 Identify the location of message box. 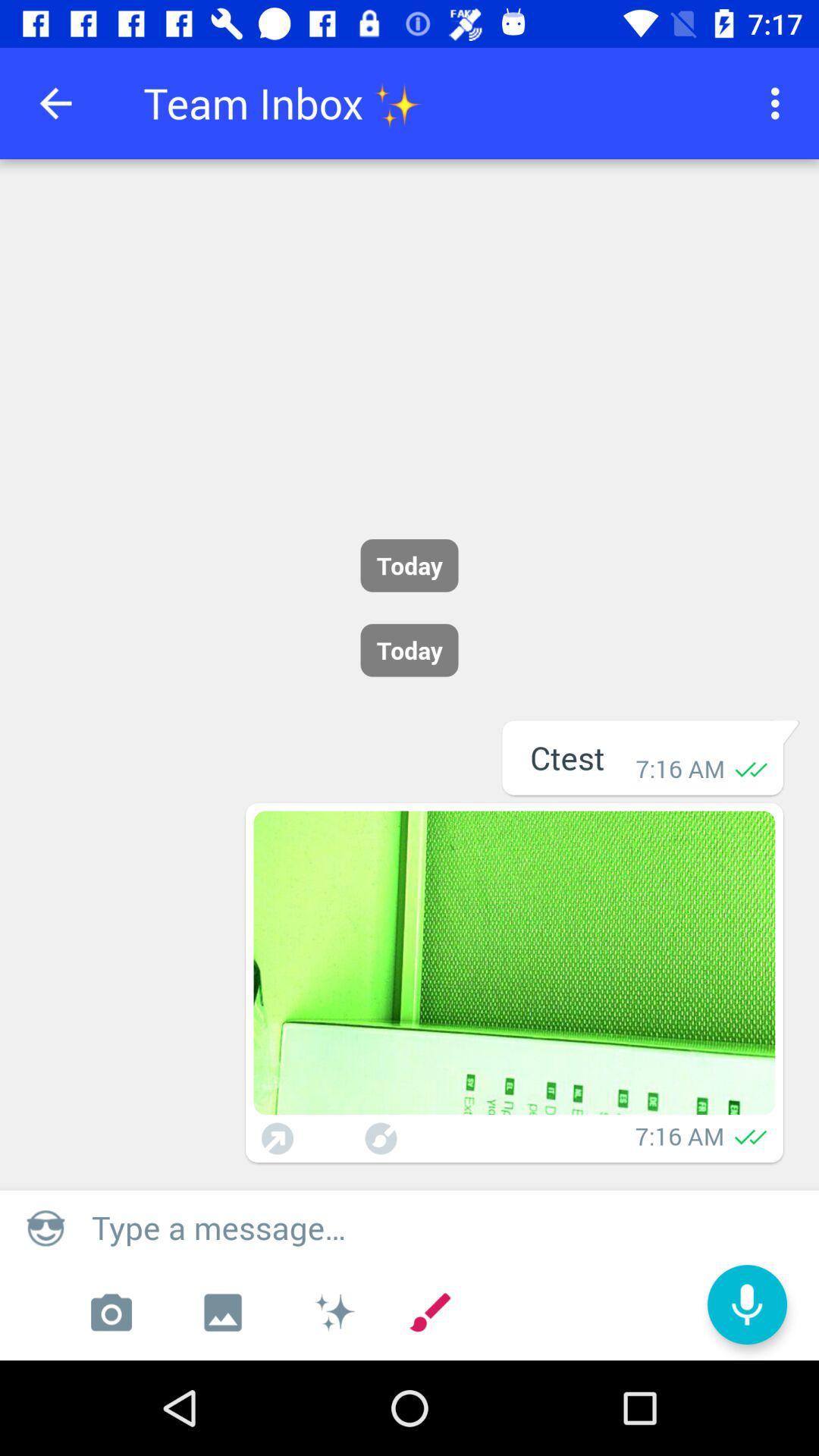
(446, 1227).